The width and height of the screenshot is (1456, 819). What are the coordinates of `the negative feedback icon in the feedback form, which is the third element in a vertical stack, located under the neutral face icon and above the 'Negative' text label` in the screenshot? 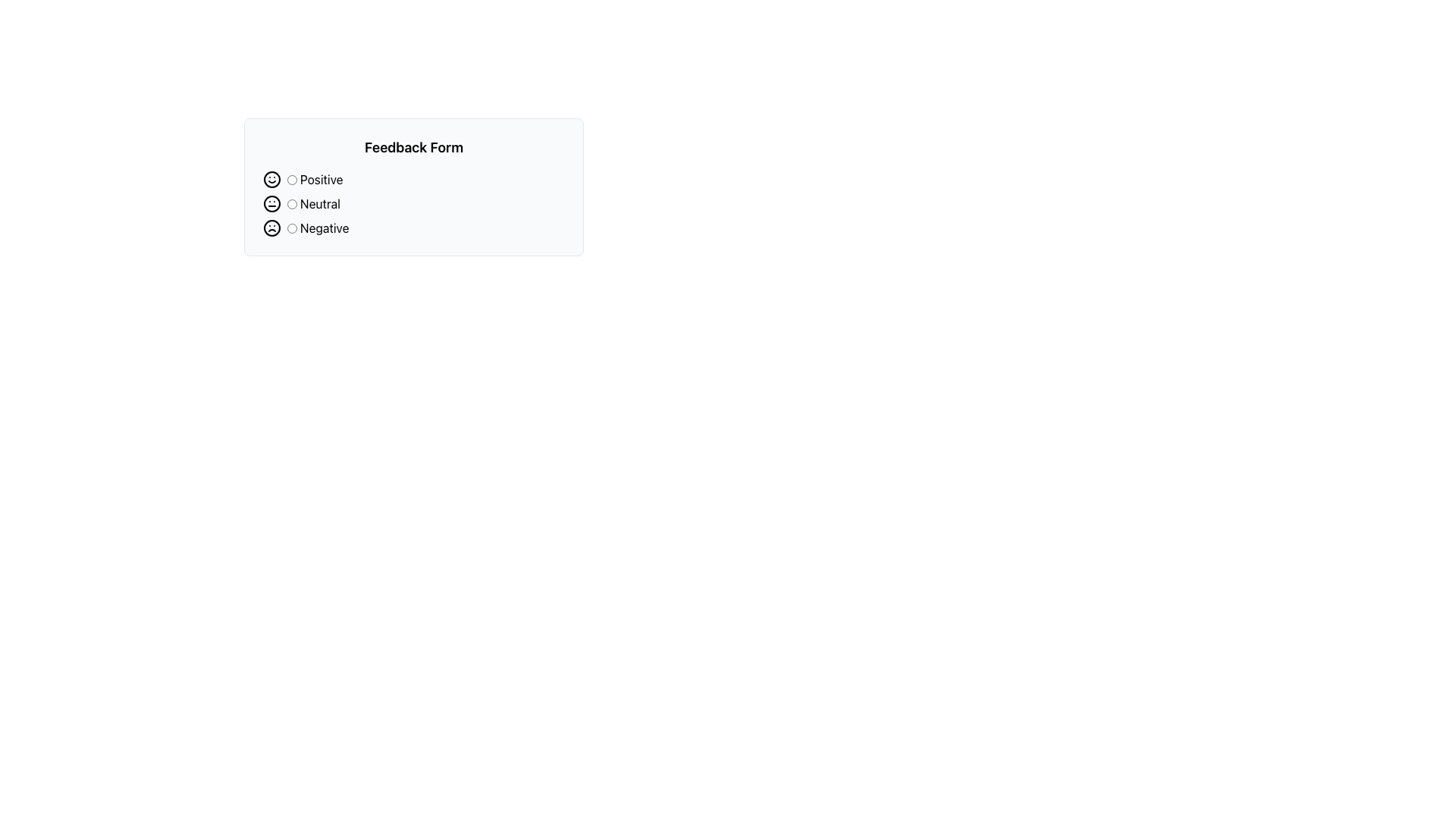 It's located at (272, 227).